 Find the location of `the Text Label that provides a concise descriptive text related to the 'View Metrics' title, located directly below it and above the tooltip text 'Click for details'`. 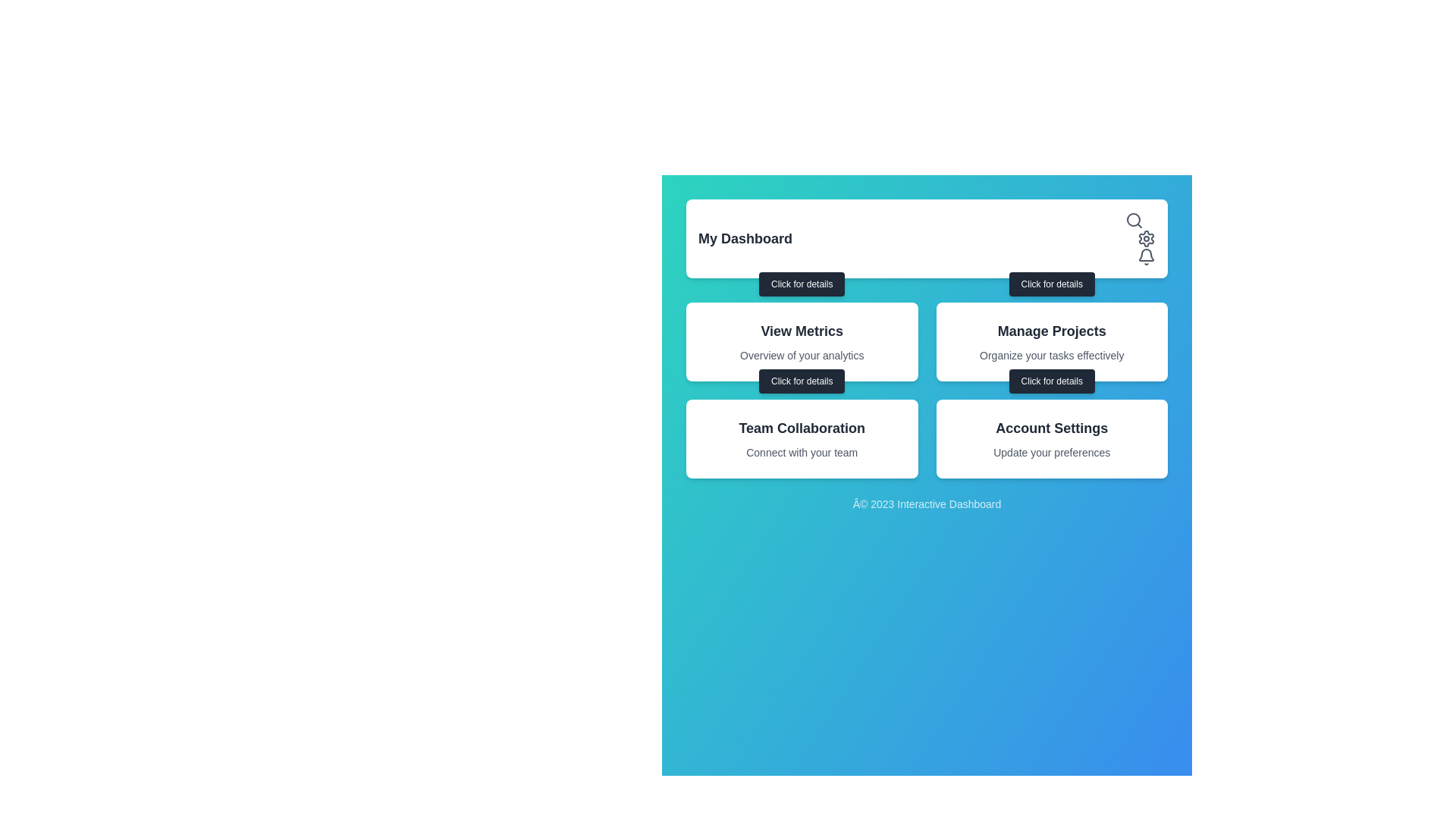

the Text Label that provides a concise descriptive text related to the 'View Metrics' title, located directly below it and above the tooltip text 'Click for details' is located at coordinates (801, 356).